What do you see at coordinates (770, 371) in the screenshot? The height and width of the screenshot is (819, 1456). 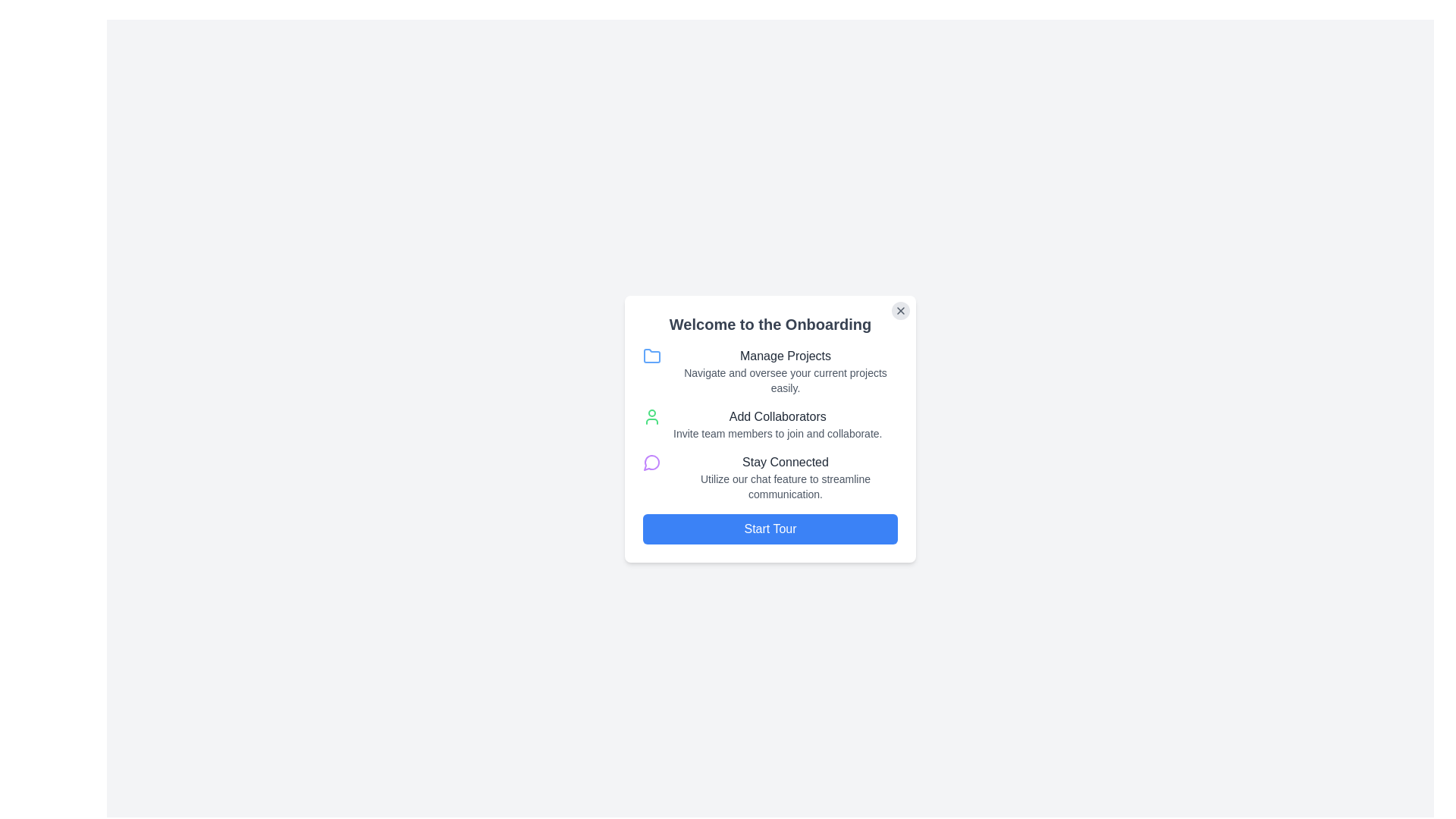 I see `description of the Information block located below the 'Welcome to the Onboarding' title and above the 'Add Collaborators' section` at bounding box center [770, 371].